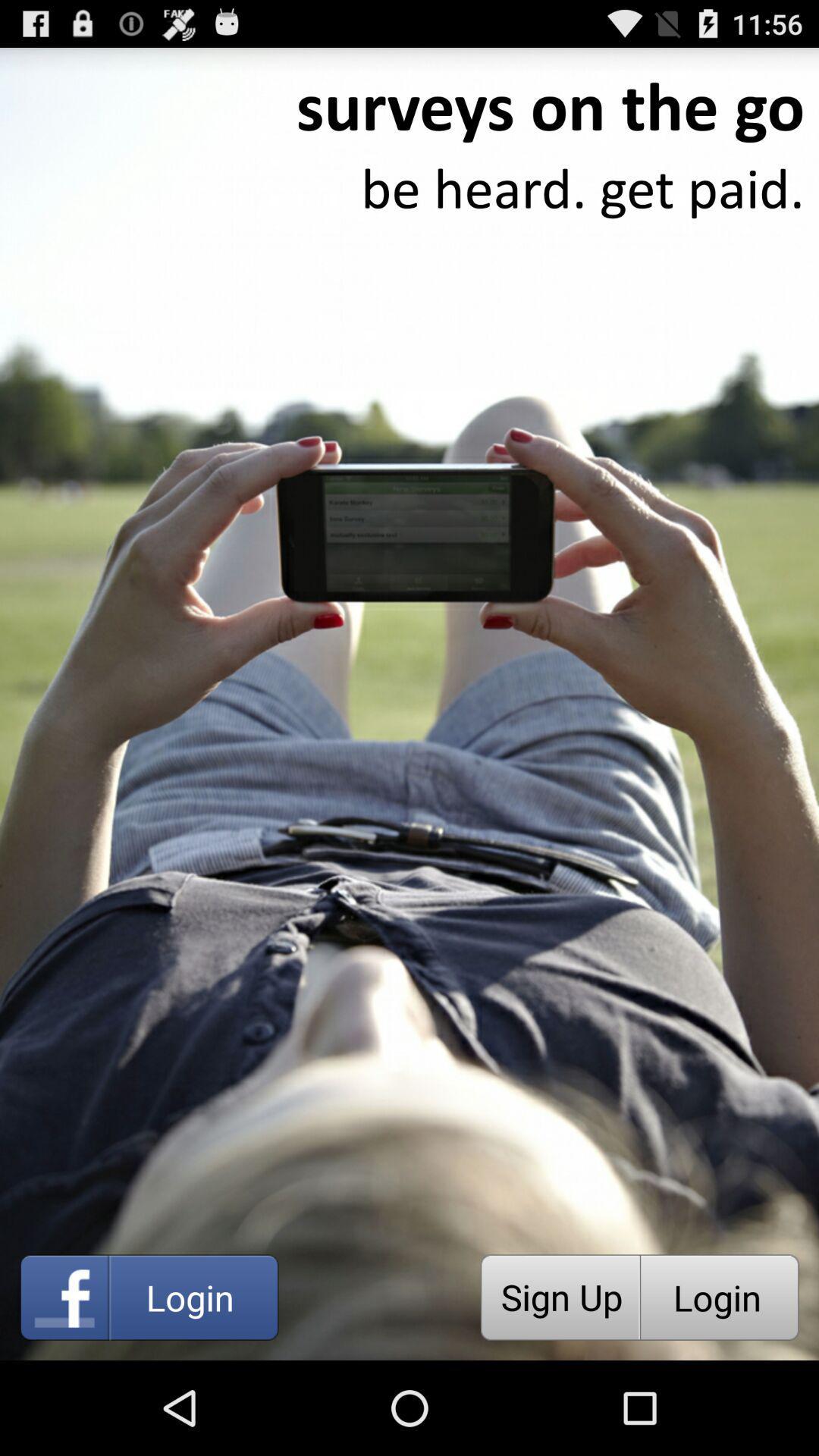  I want to click on the item next to login button, so click(560, 1297).